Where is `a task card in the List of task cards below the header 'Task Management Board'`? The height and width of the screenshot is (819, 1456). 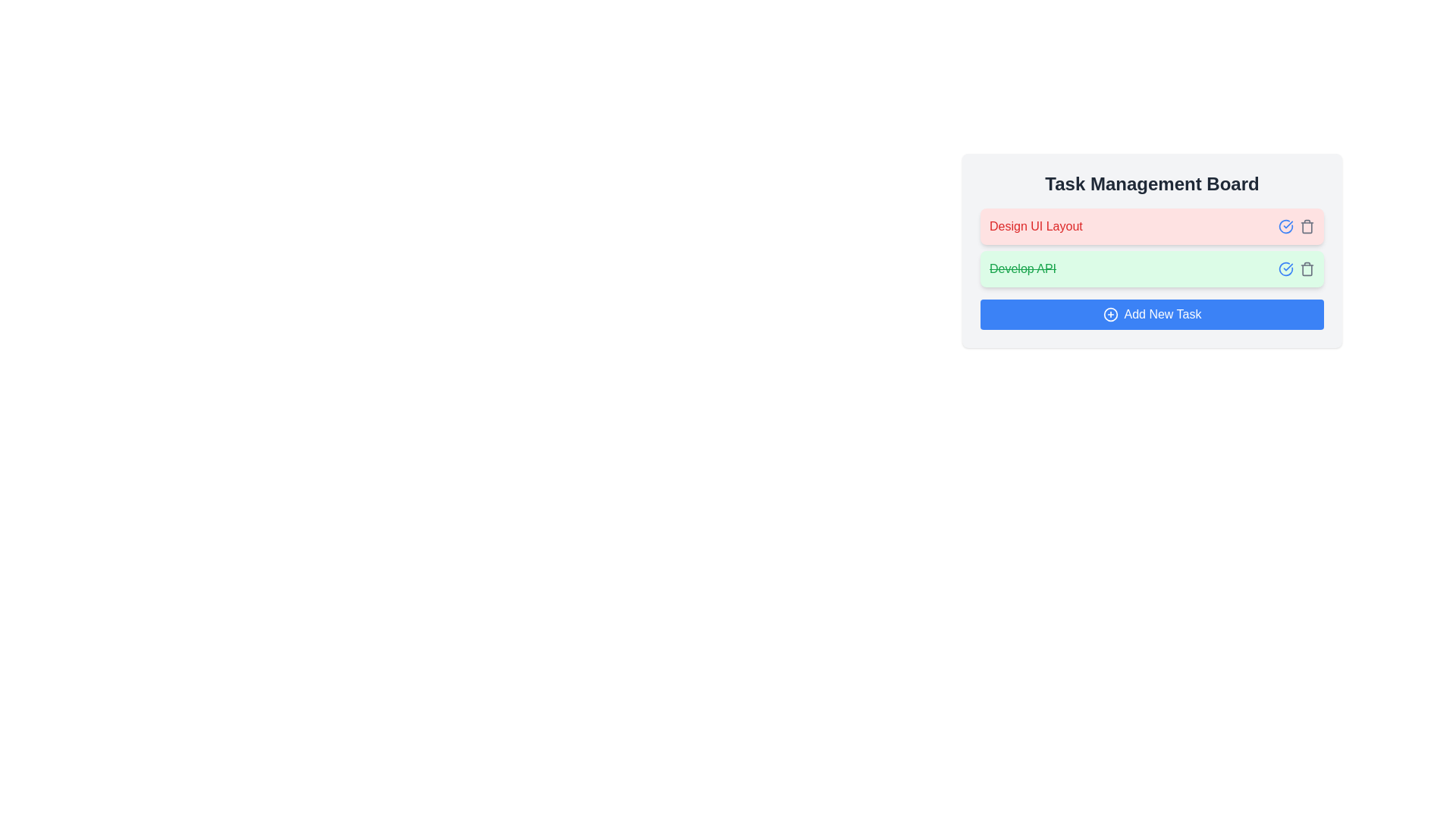
a task card in the List of task cards below the header 'Task Management Board' is located at coordinates (1152, 247).